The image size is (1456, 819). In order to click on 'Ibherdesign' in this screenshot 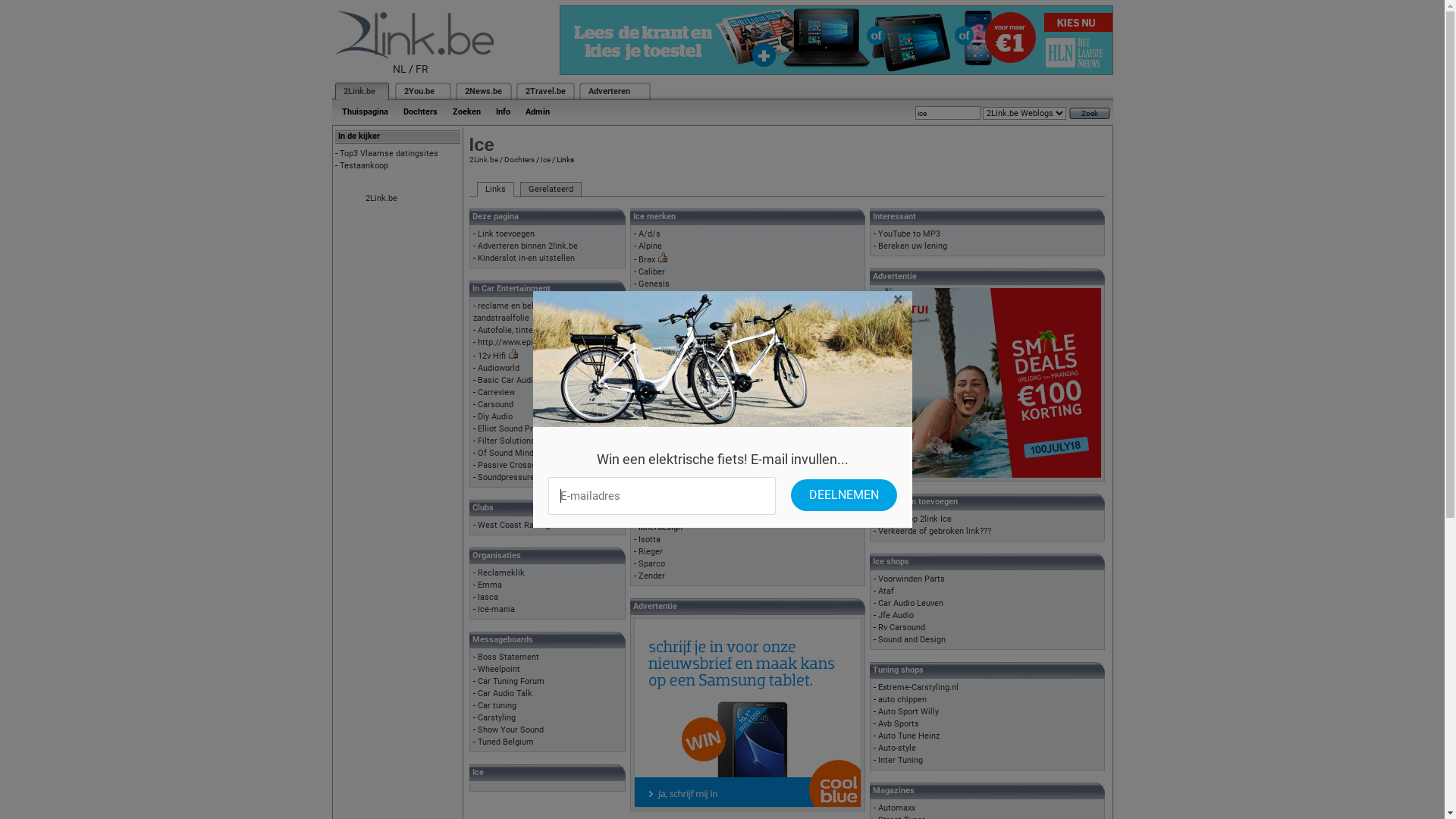, I will do `click(660, 526)`.